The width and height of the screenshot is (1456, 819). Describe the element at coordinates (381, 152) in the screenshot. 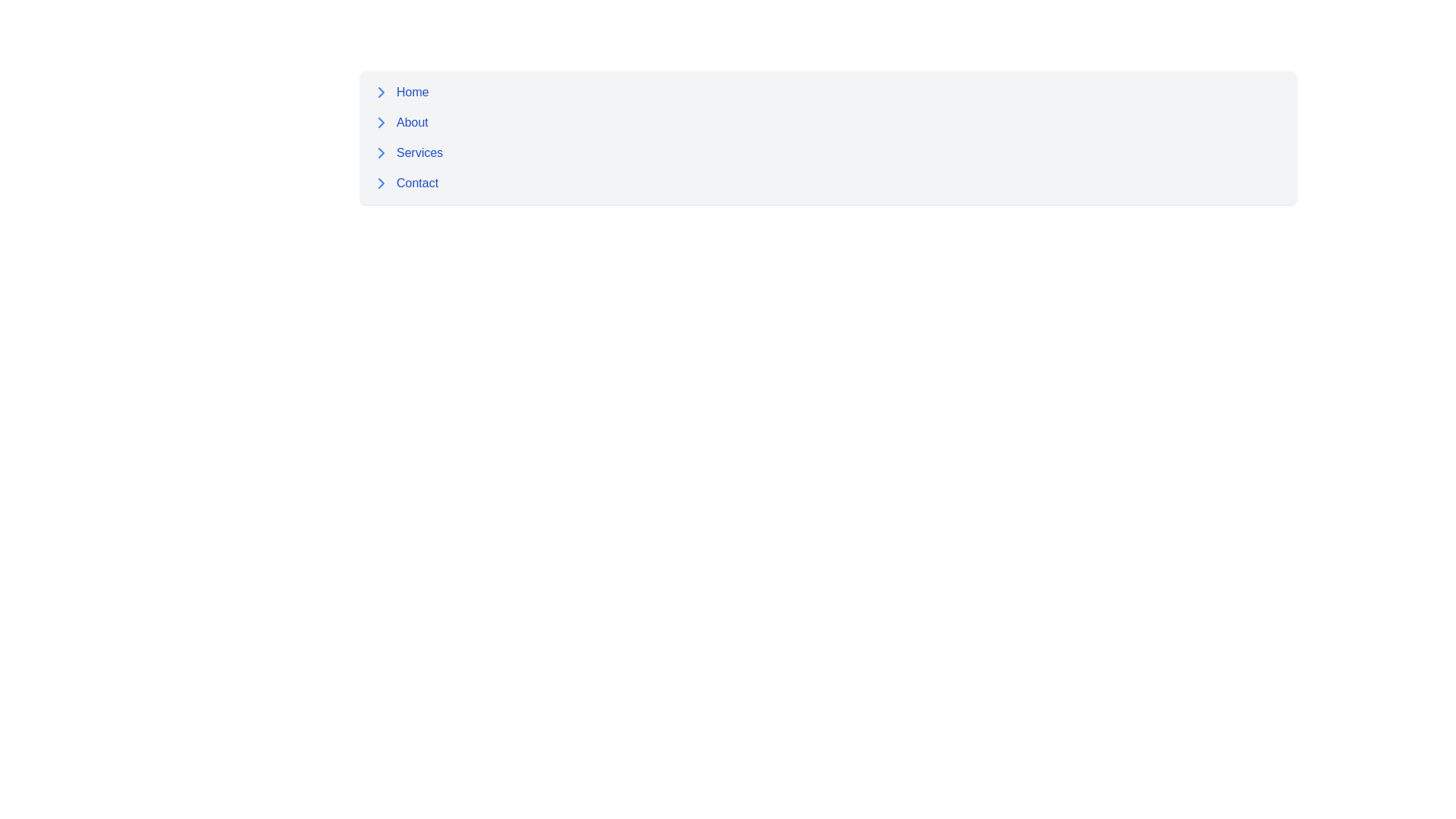

I see `the downward-pointing blue chevron icon located next to the 'Services' label, which is the third in order among similar icons in the navigation list` at that location.